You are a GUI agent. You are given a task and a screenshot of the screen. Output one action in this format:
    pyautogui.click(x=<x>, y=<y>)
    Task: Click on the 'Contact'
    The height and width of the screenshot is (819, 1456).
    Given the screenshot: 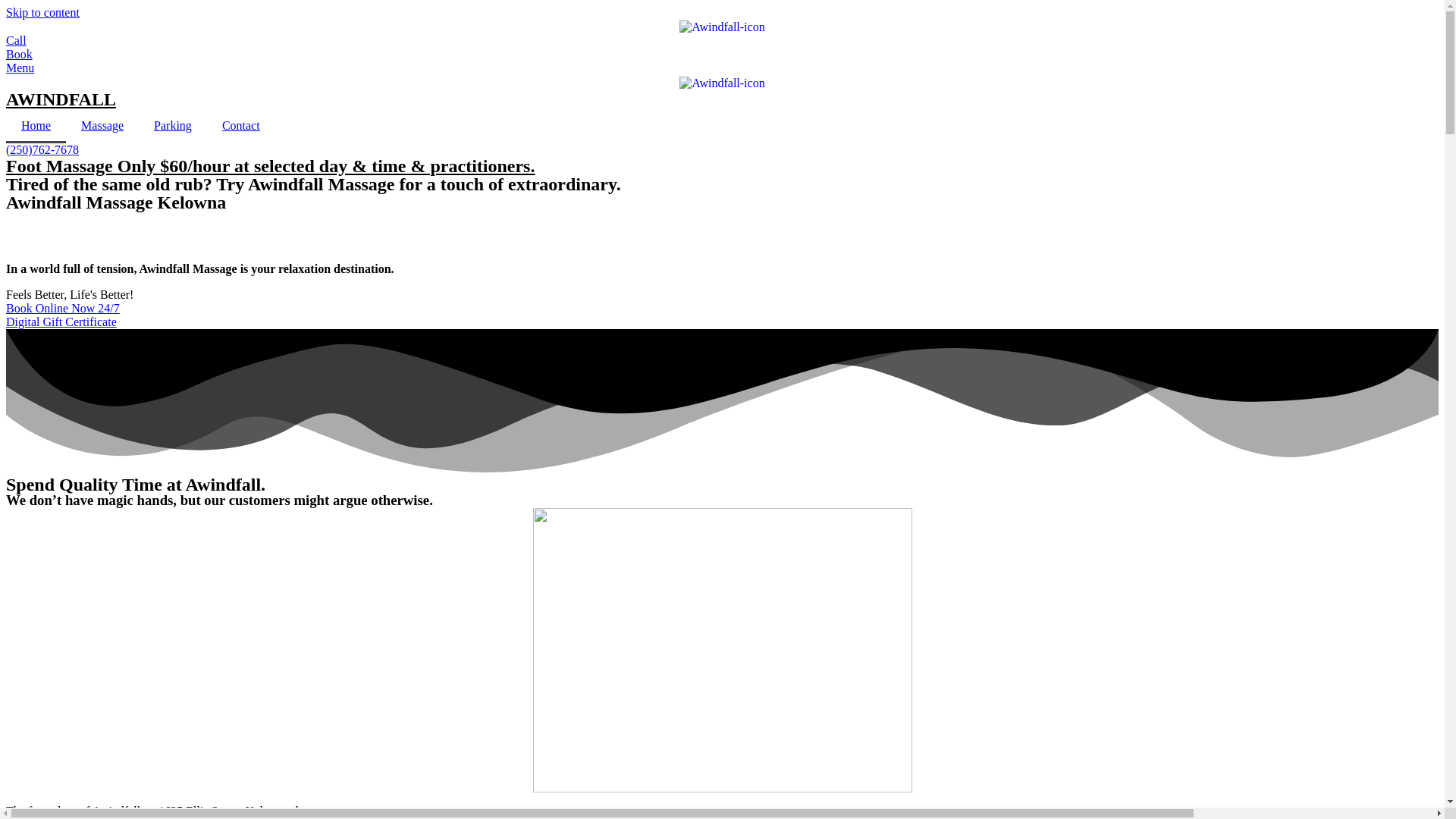 What is the action you would take?
    pyautogui.click(x=240, y=124)
    